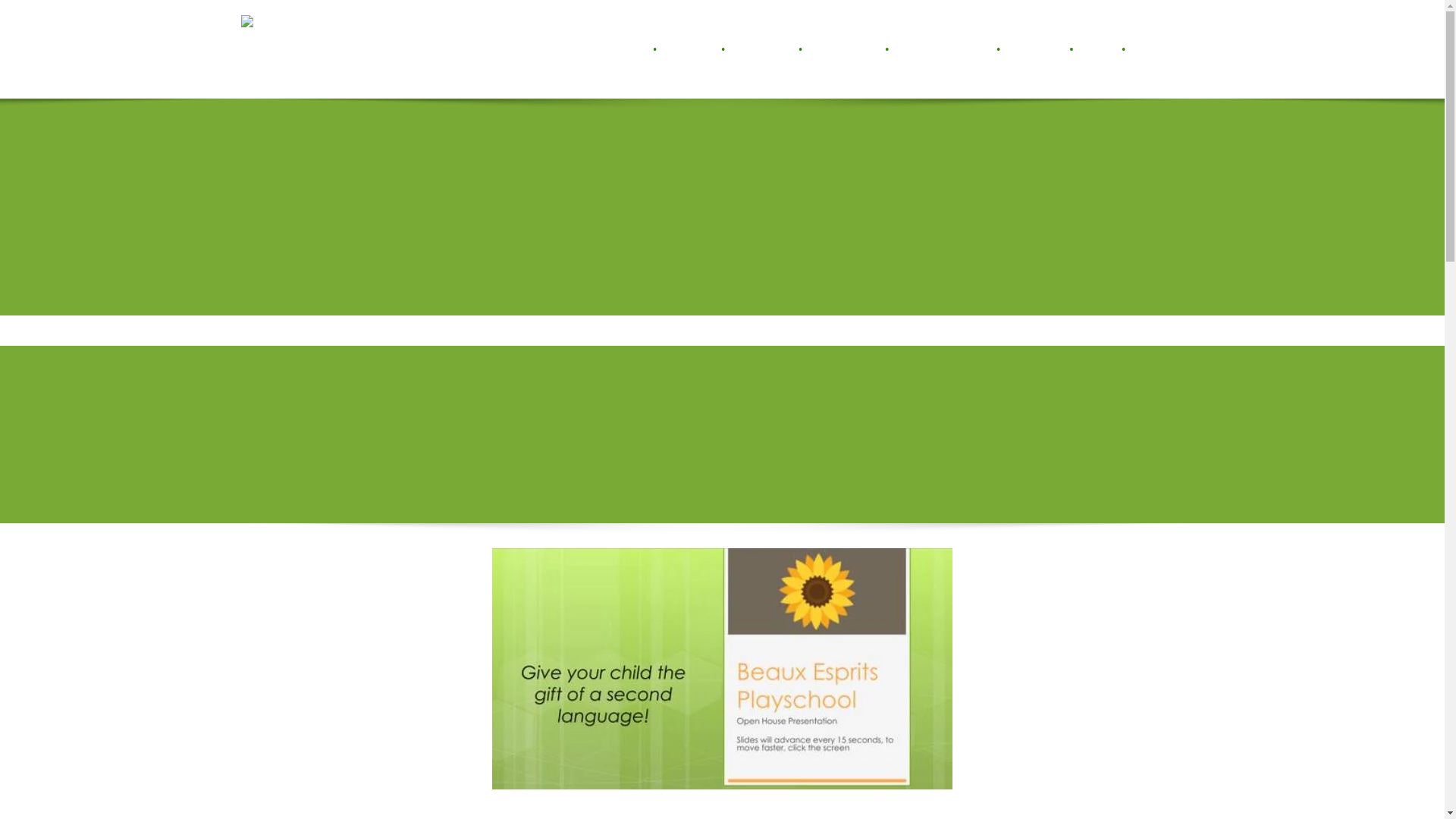 This screenshot has width=1456, height=819. I want to click on 'Go to site home page', so click(275, 49).